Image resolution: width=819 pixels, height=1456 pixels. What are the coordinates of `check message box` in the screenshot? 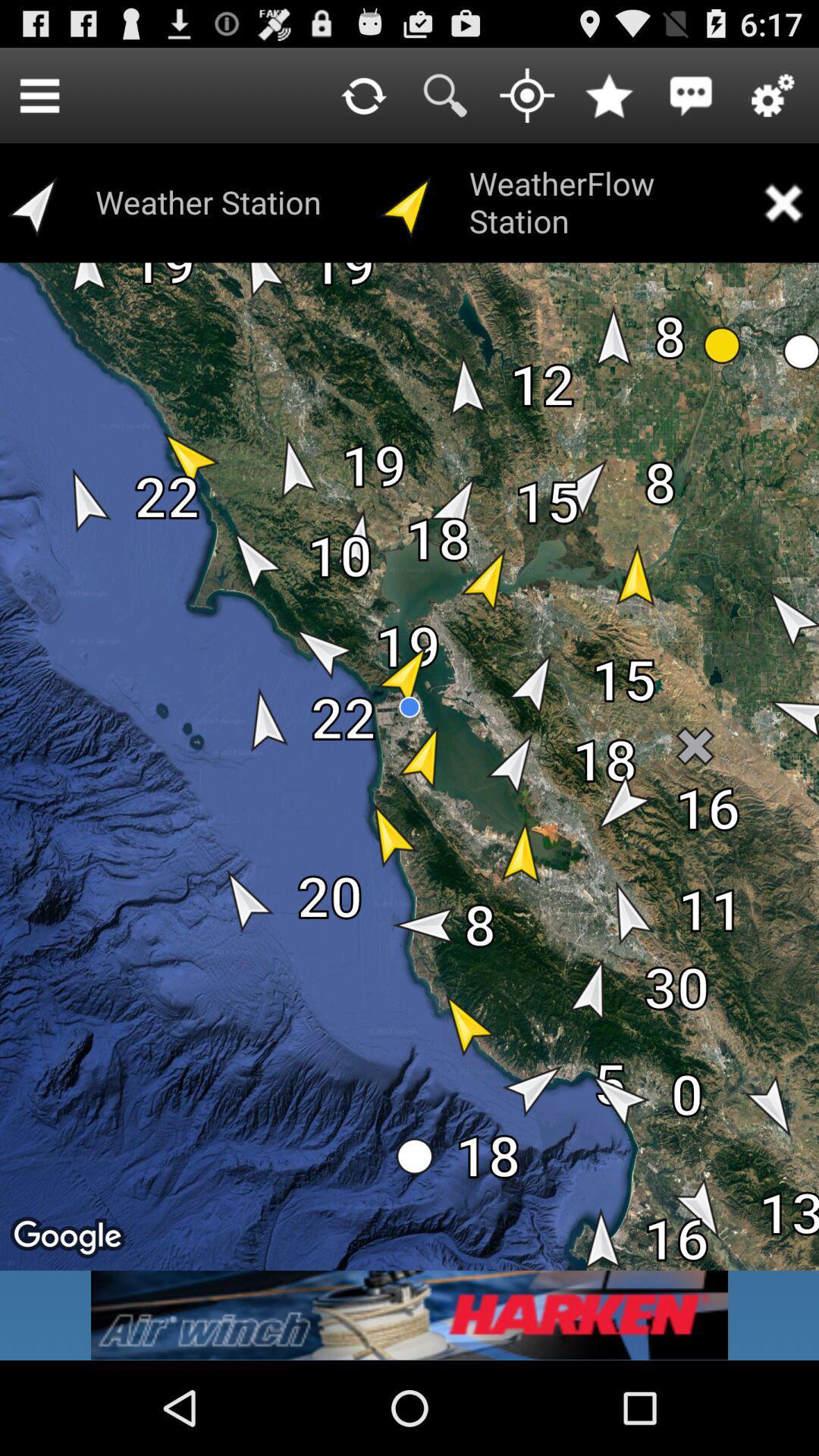 It's located at (691, 94).